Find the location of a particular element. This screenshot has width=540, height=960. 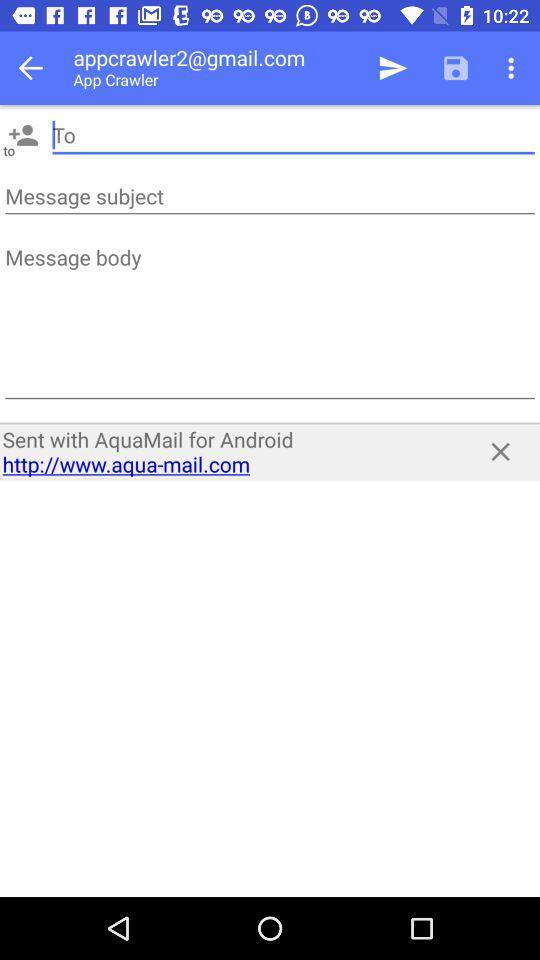

the item to the right of appcrawler2@gmail.com icon is located at coordinates (393, 68).